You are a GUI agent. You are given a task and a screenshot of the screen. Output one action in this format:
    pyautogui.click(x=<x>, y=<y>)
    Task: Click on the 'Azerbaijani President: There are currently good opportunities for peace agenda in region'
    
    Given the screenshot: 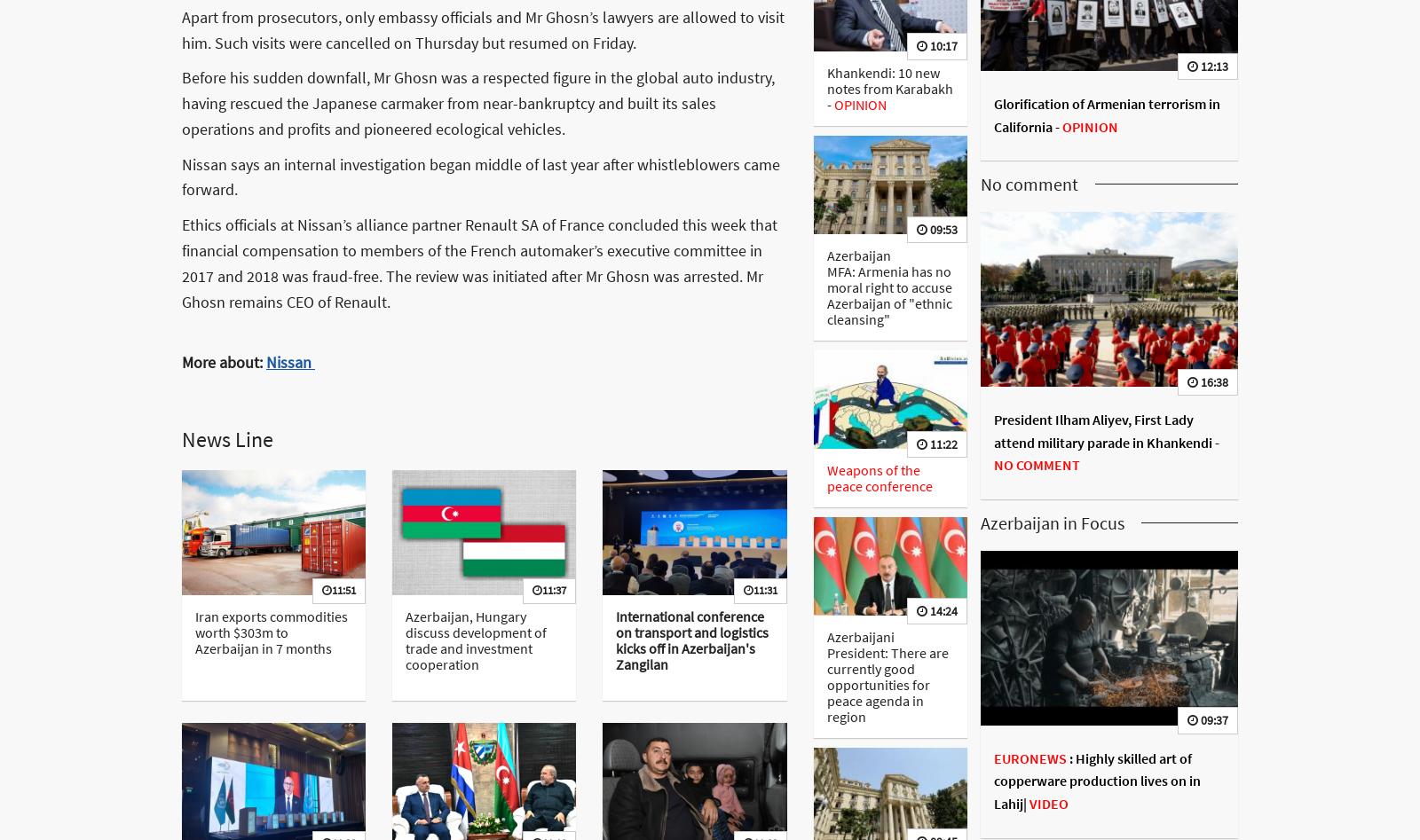 What is the action you would take?
    pyautogui.click(x=886, y=676)
    